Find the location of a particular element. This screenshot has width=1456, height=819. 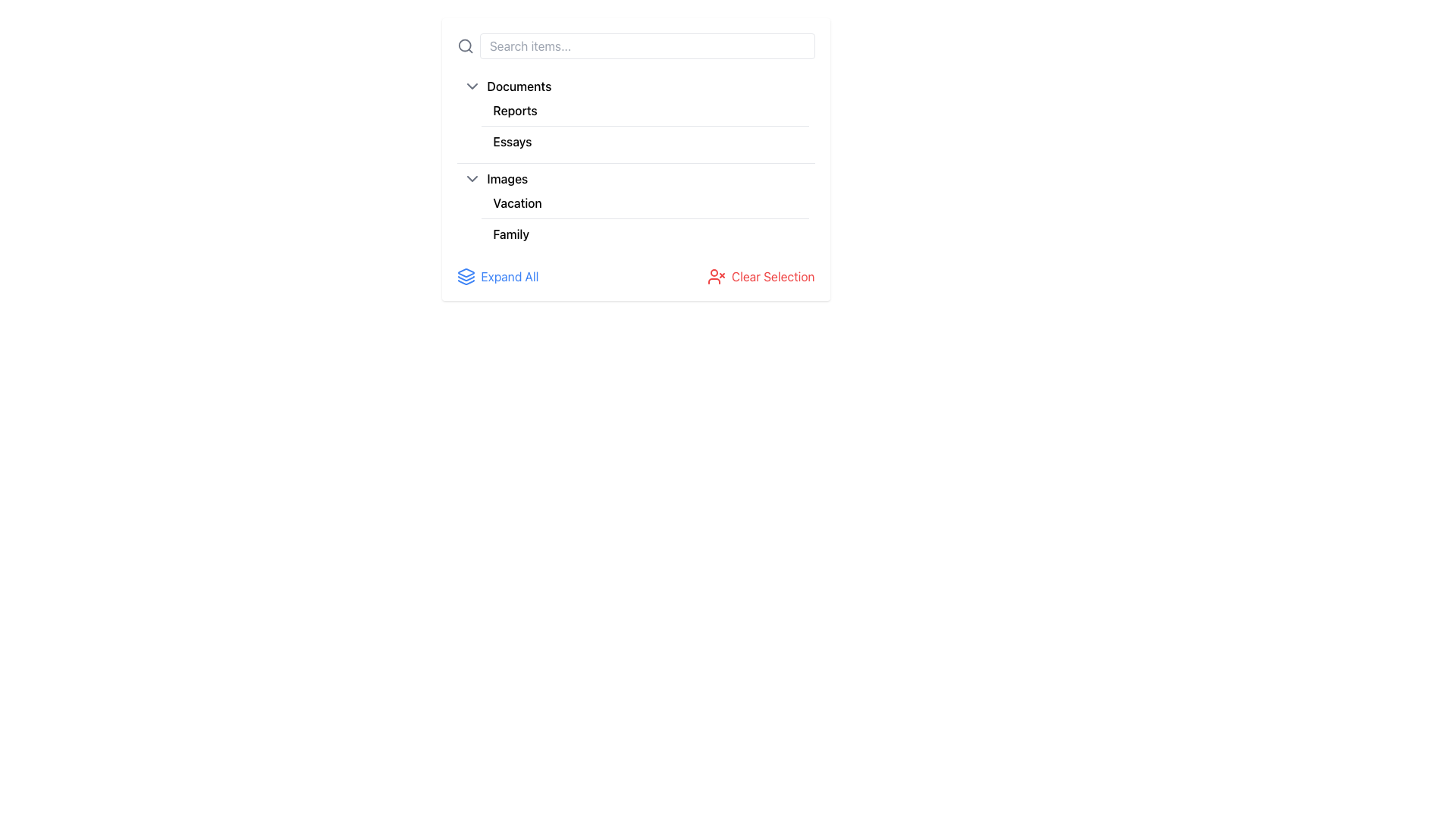

the second layer of the stacked layers icon, which is a curved shape with a symmetrical outline is located at coordinates (465, 278).